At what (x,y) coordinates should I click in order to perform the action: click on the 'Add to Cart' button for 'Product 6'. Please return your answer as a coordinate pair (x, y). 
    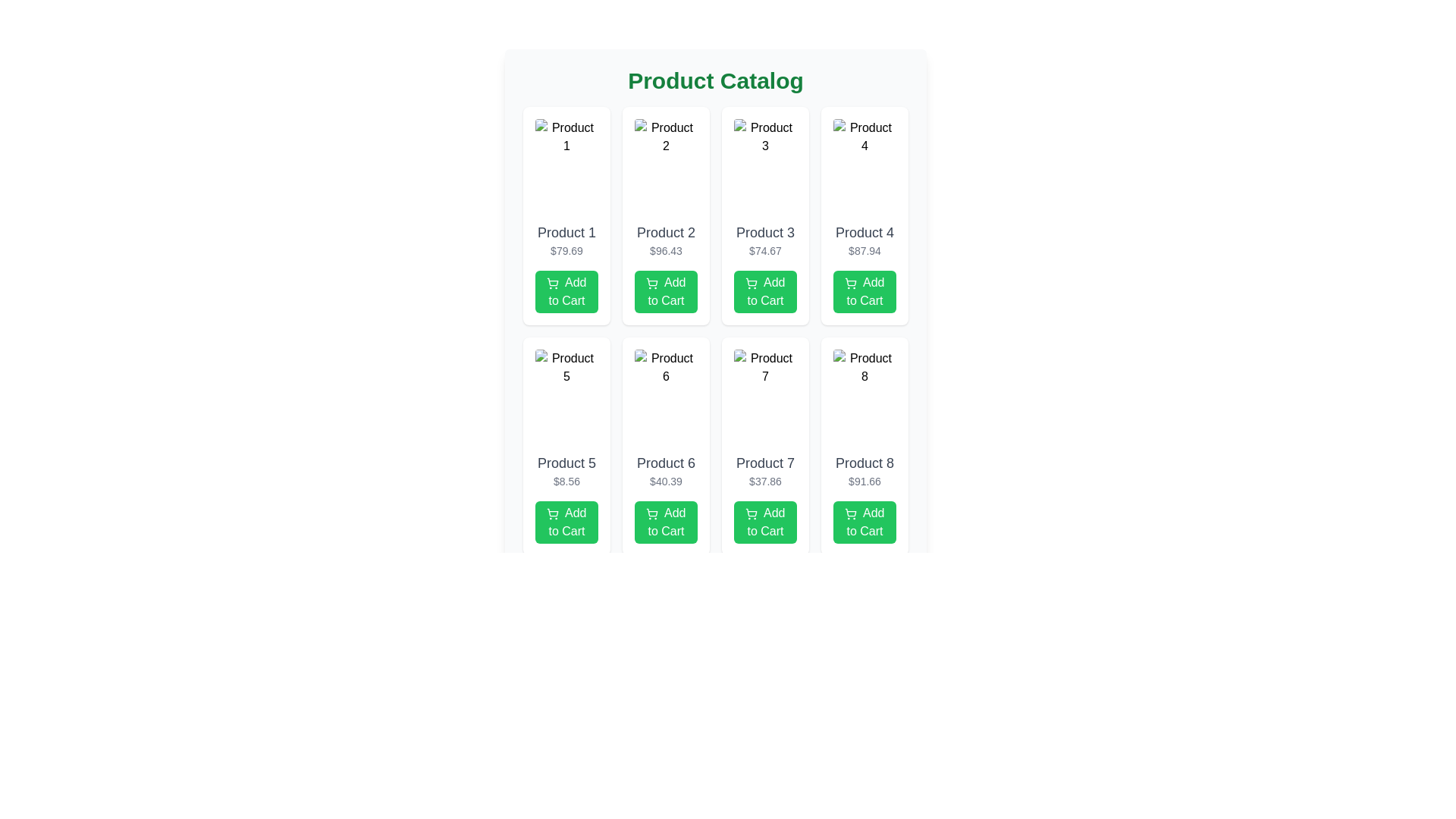
    Looking at the image, I should click on (666, 522).